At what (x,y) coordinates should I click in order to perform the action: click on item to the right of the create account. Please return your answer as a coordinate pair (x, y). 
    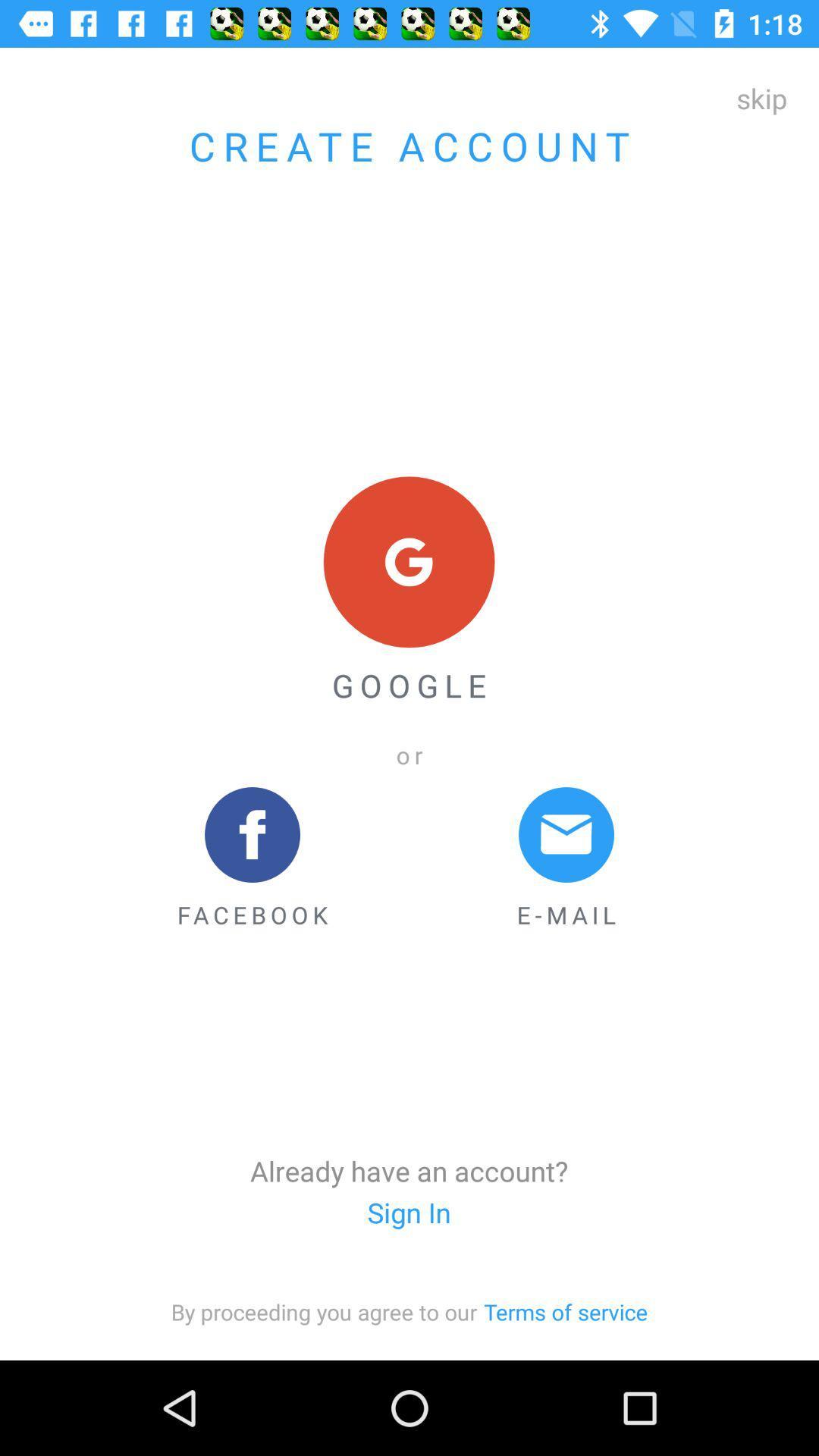
    Looking at the image, I should click on (761, 97).